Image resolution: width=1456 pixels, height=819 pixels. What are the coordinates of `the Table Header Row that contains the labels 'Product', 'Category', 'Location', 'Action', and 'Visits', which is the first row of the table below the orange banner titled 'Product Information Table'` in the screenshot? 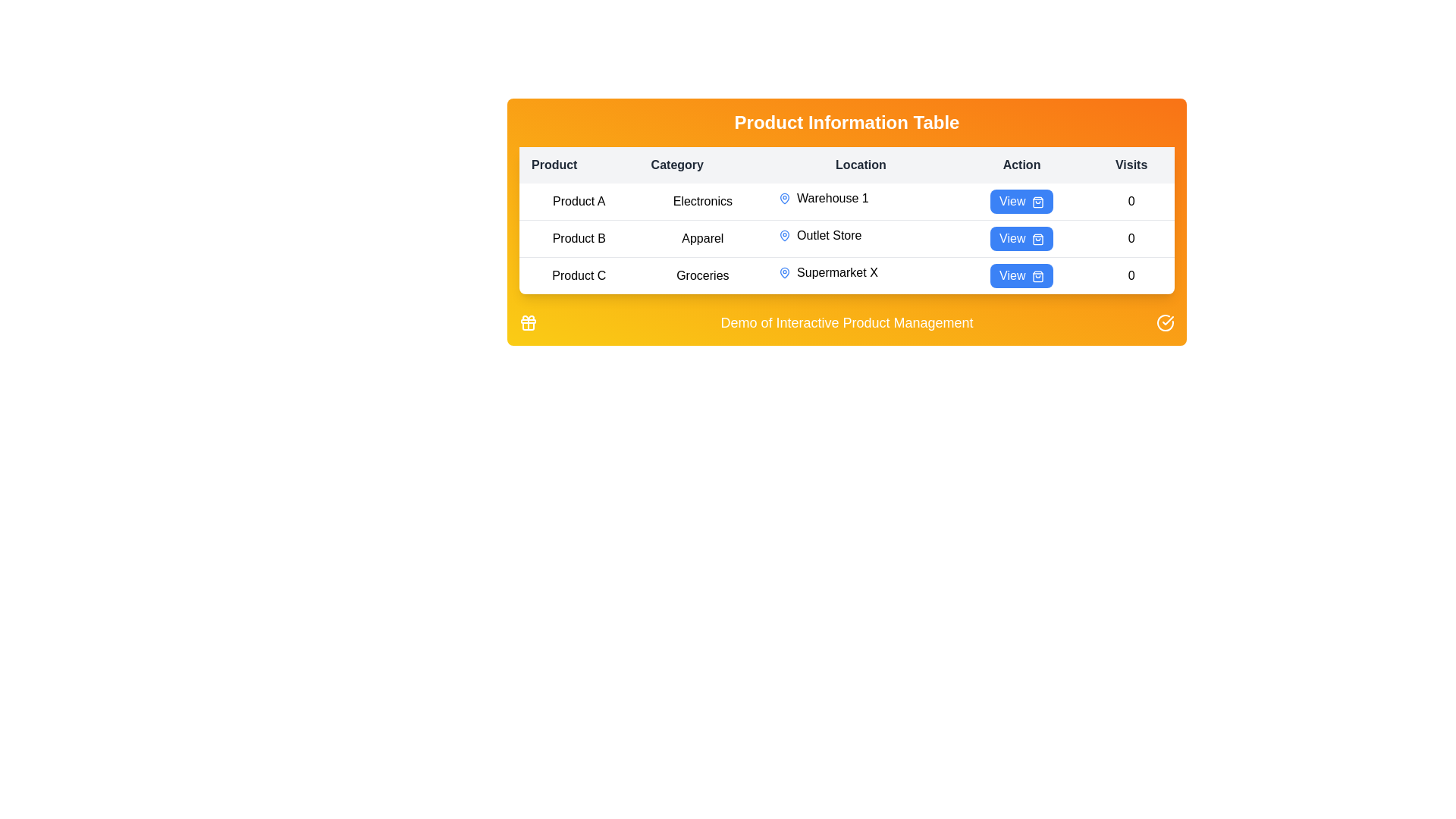 It's located at (846, 165).